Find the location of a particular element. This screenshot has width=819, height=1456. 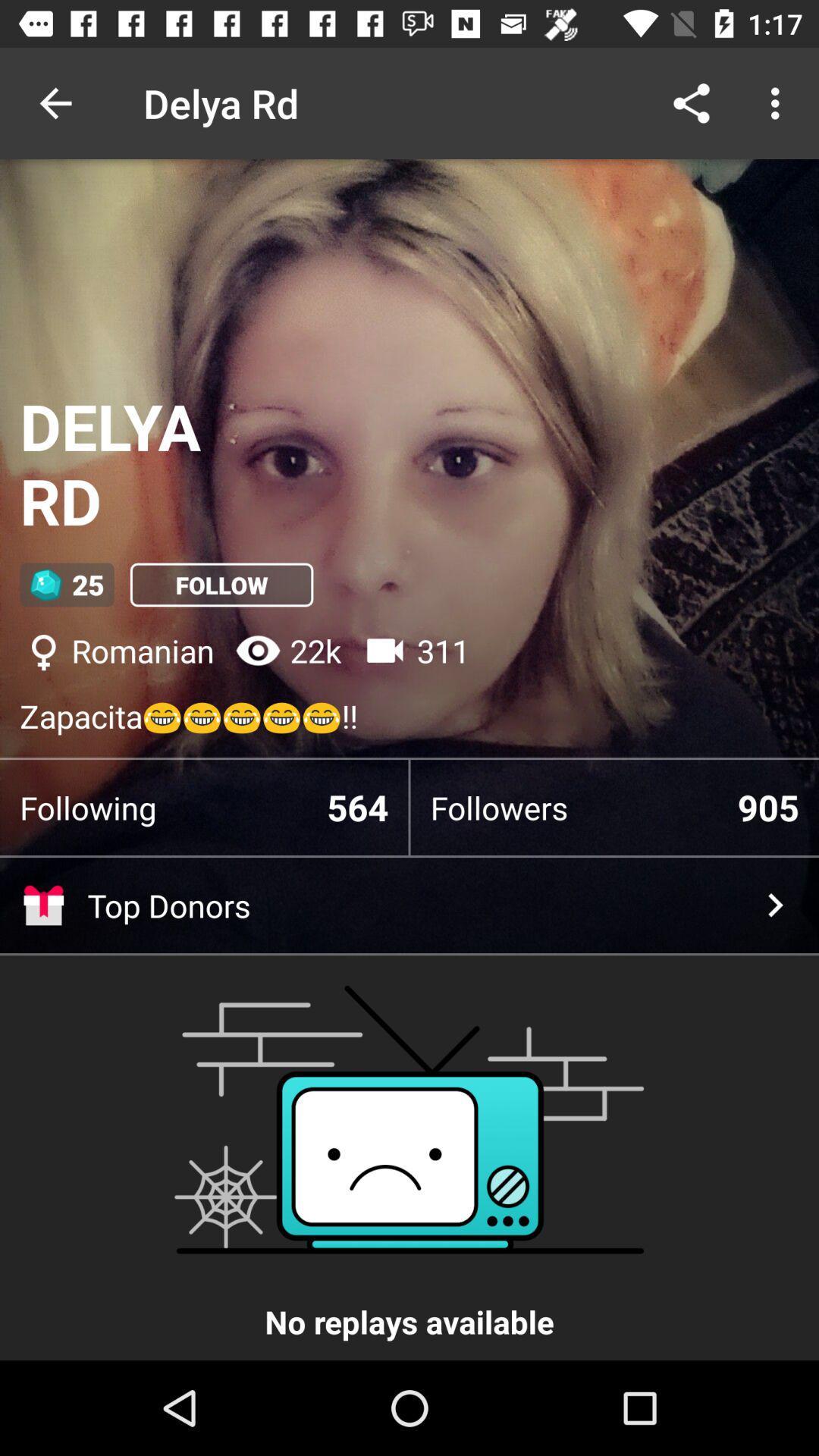

the icon to the right of delya rd icon is located at coordinates (691, 102).